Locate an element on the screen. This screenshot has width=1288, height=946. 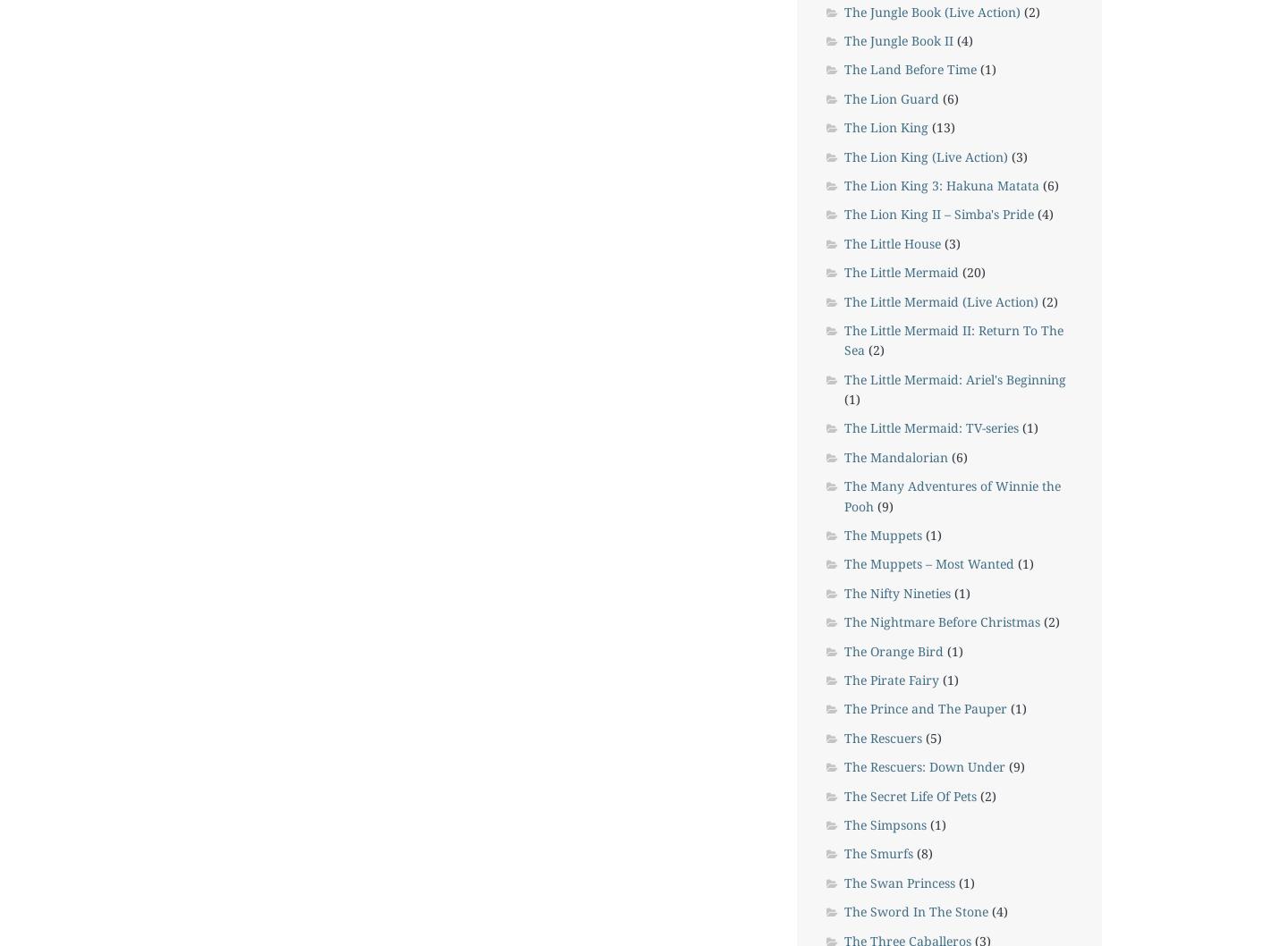
'The Nifty Nineties' is located at coordinates (895, 591).